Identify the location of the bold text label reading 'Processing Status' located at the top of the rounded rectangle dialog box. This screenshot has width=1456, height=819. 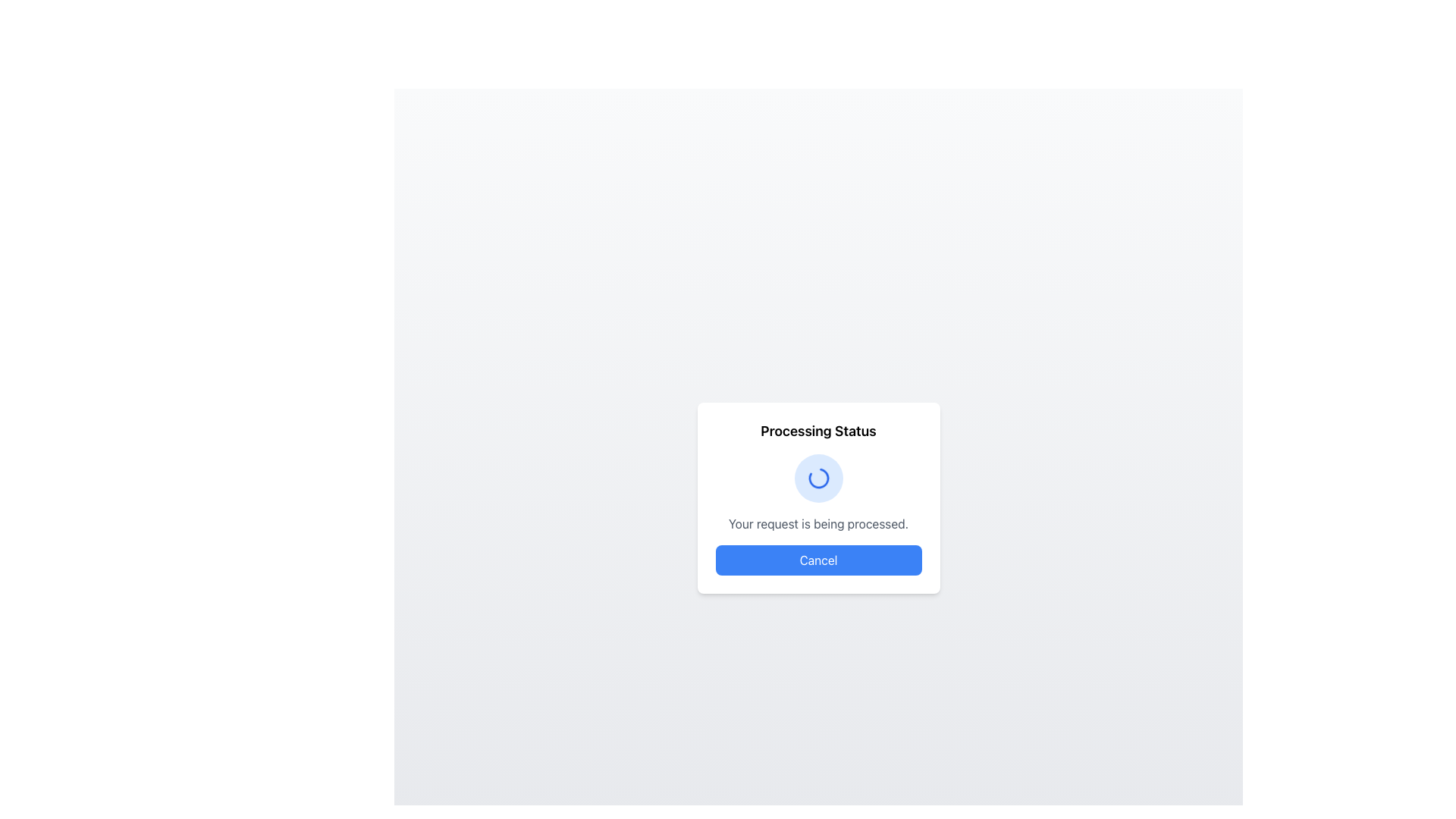
(817, 431).